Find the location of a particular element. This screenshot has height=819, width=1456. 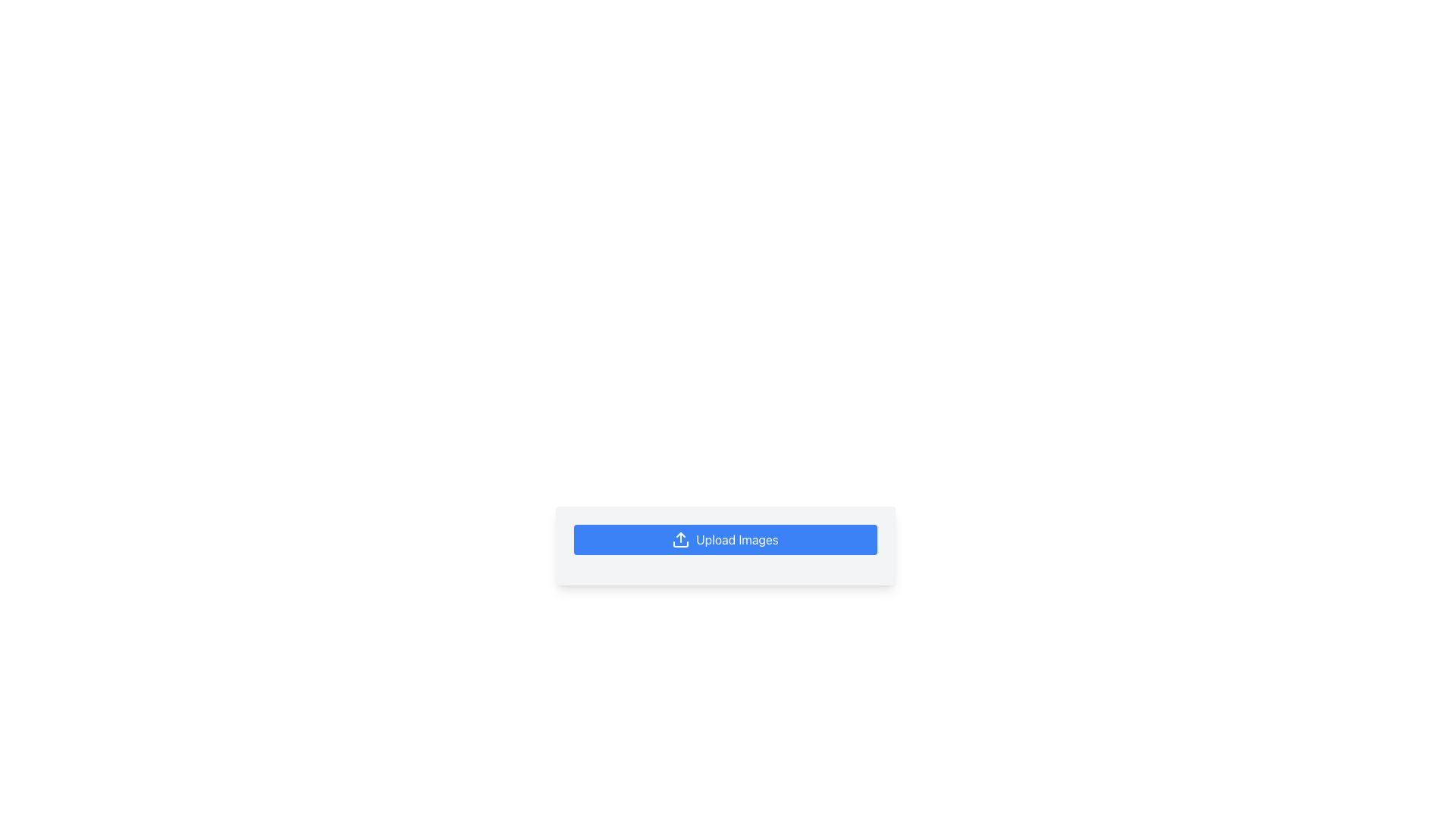

the upload icon located inside the blue button labeled 'Upload Images', which is positioned towards the left of the text and centered vertically in the button is located at coordinates (680, 539).